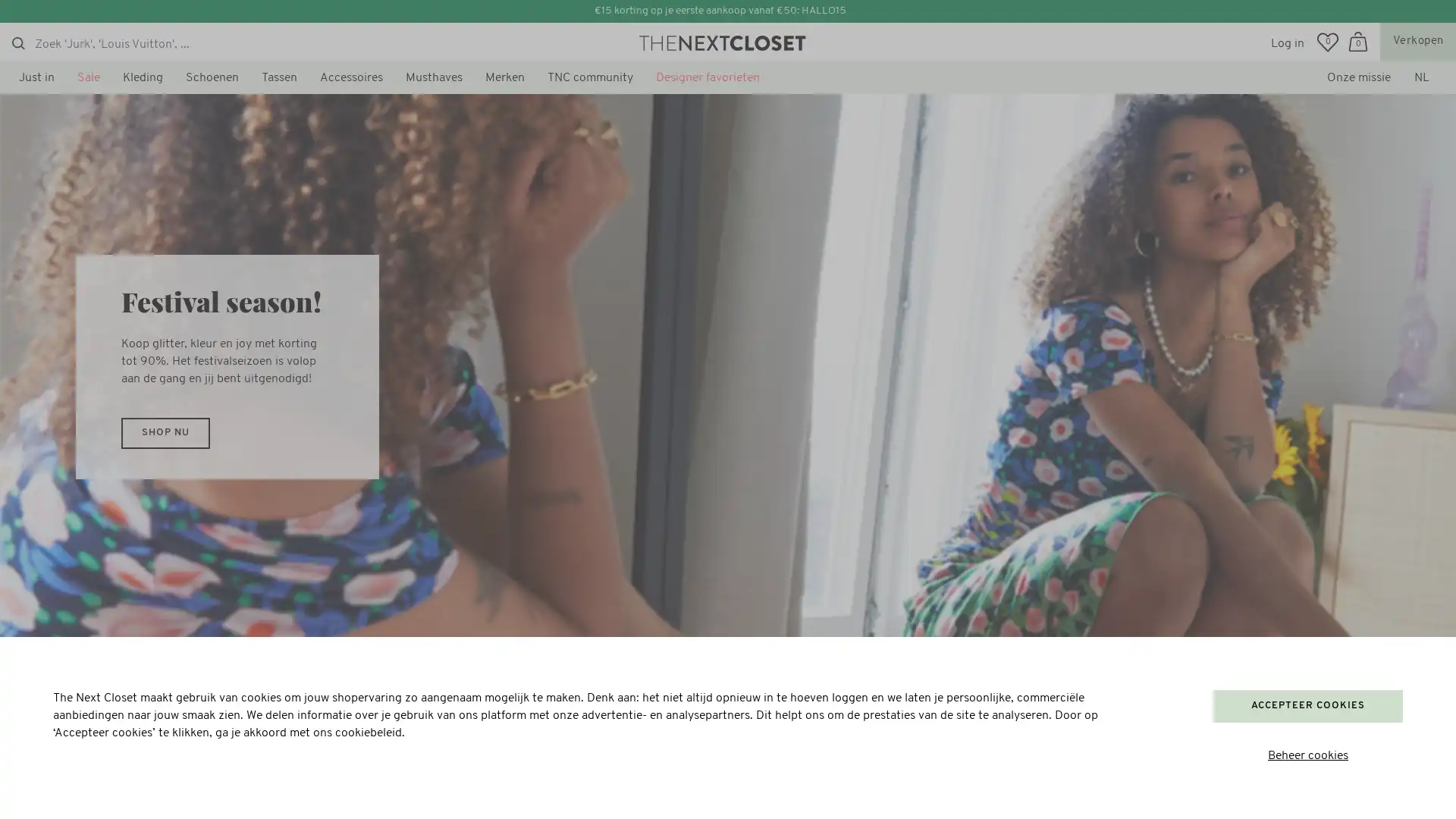 This screenshot has width=1456, height=819. I want to click on Search, so click(18, 42).